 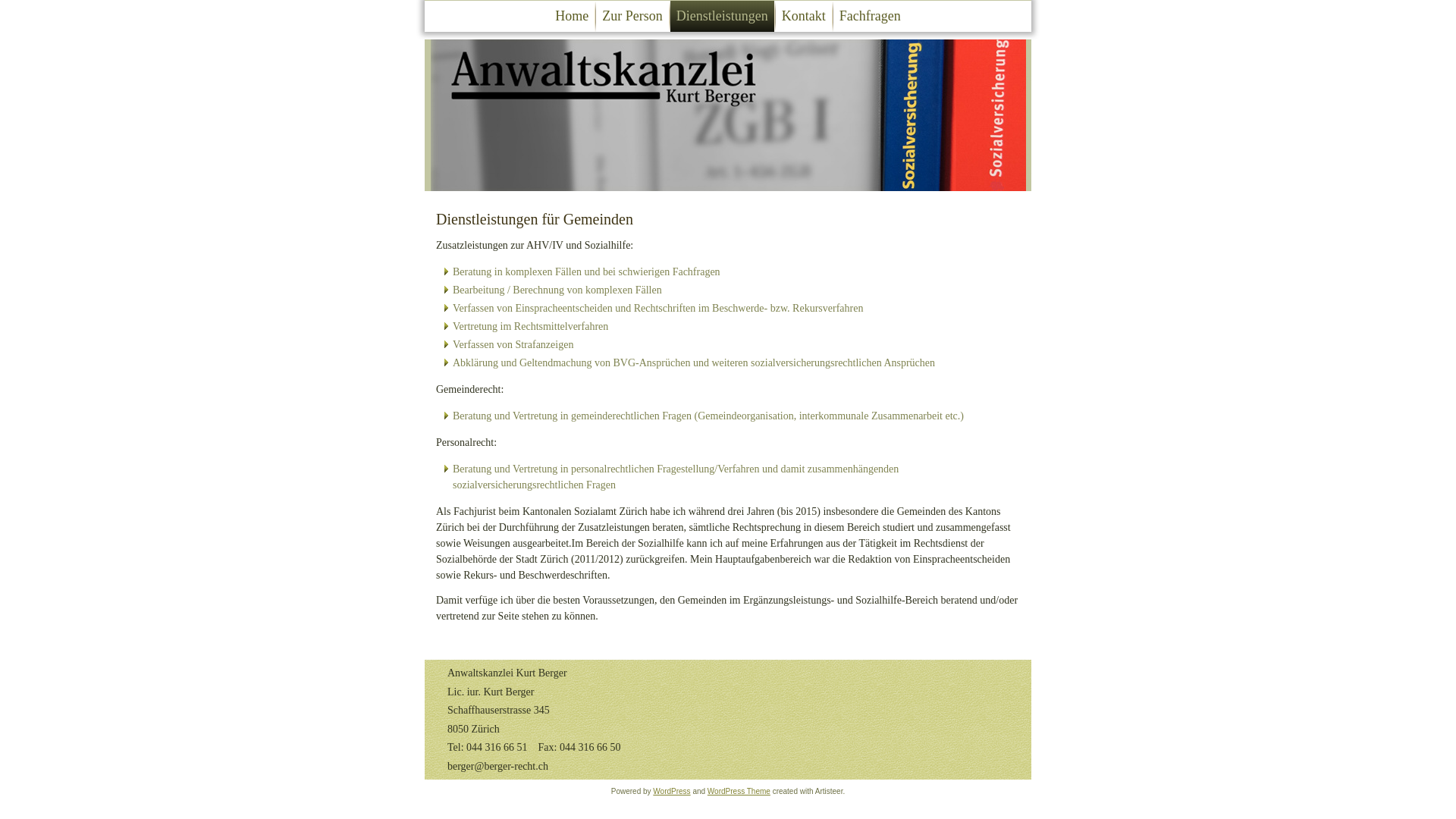 I want to click on 'Dienstleistungen', so click(x=669, y=16).